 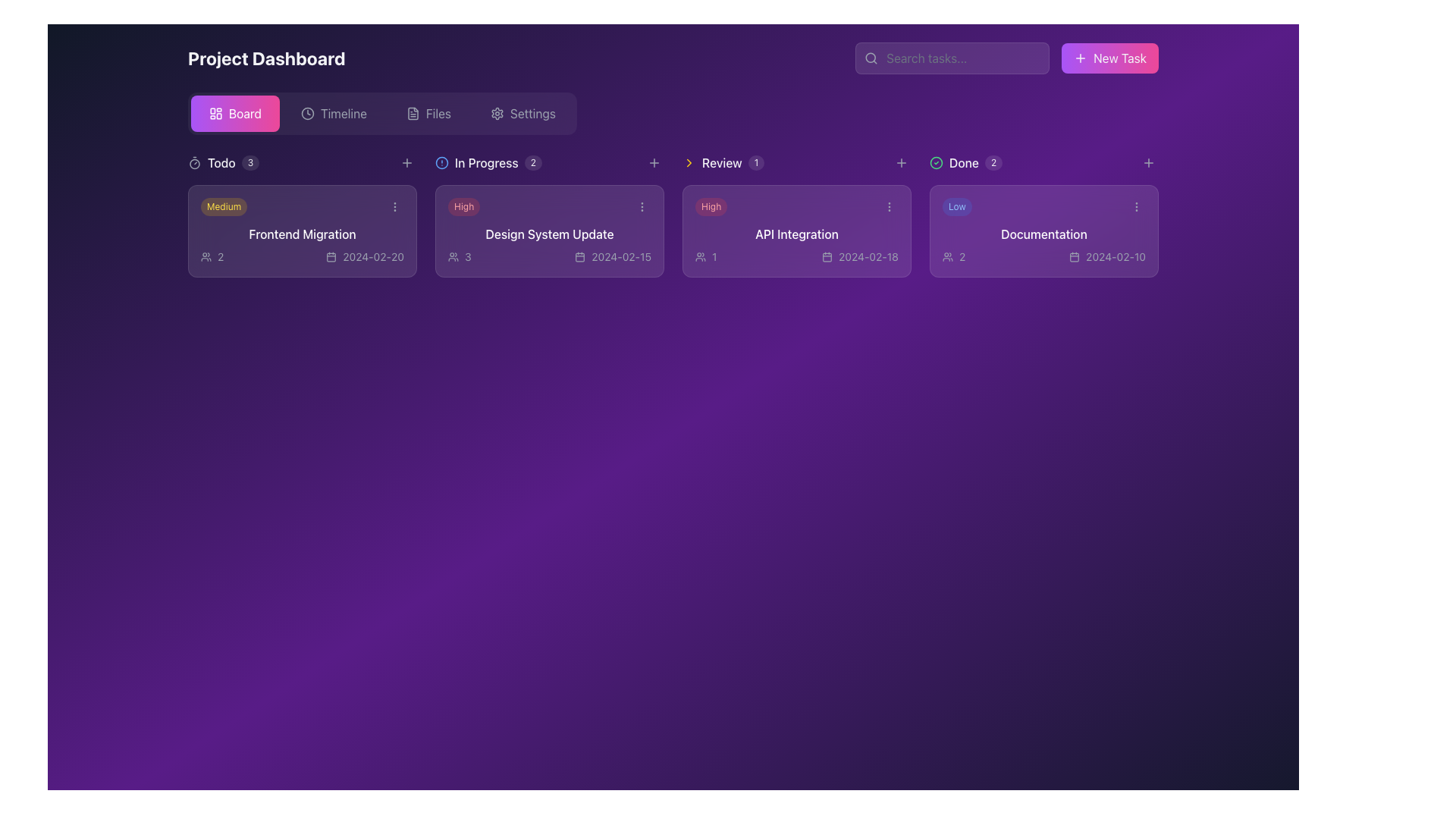 What do you see at coordinates (212, 256) in the screenshot?
I see `the icon displaying the user count associated with the 'Frontend Migration' task located in the bottom-left corner of the 'Frontend Migration' card in the 'Todo' category` at bounding box center [212, 256].